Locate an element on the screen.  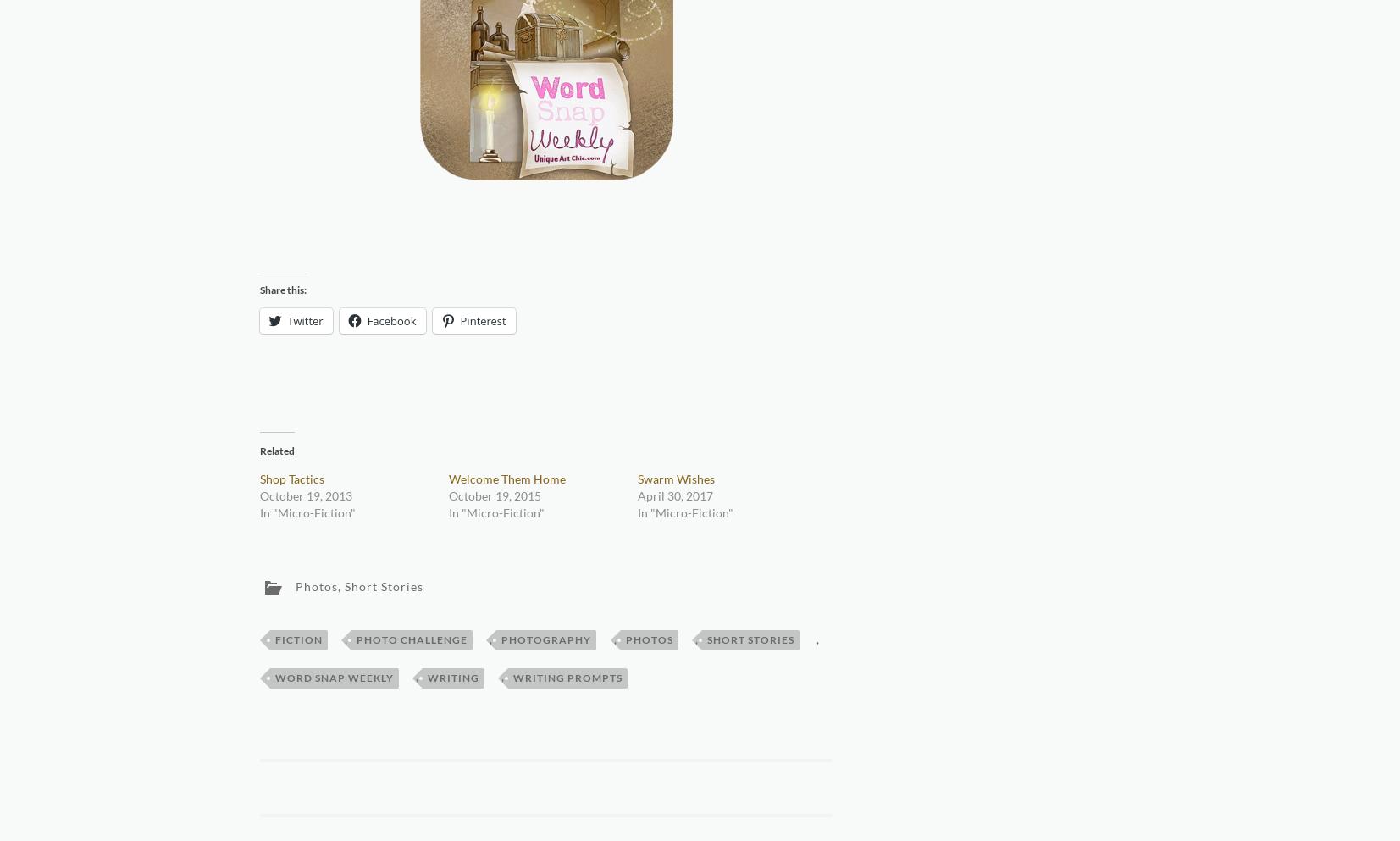
'writing prompts' is located at coordinates (567, 676).